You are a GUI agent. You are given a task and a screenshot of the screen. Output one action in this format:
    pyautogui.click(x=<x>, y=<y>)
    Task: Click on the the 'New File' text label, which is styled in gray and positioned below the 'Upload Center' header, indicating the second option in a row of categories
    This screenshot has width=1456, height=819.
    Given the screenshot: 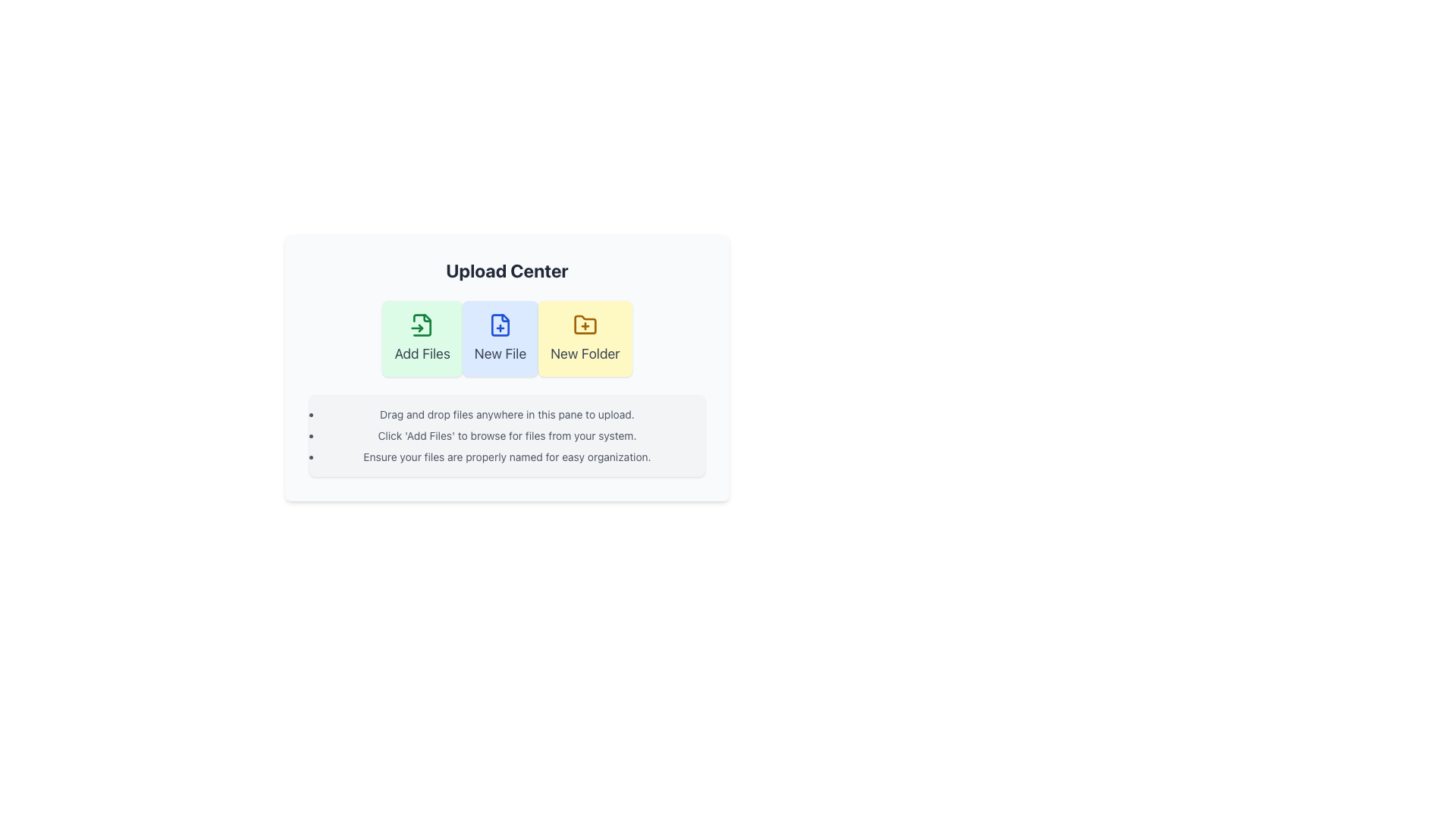 What is the action you would take?
    pyautogui.click(x=500, y=353)
    